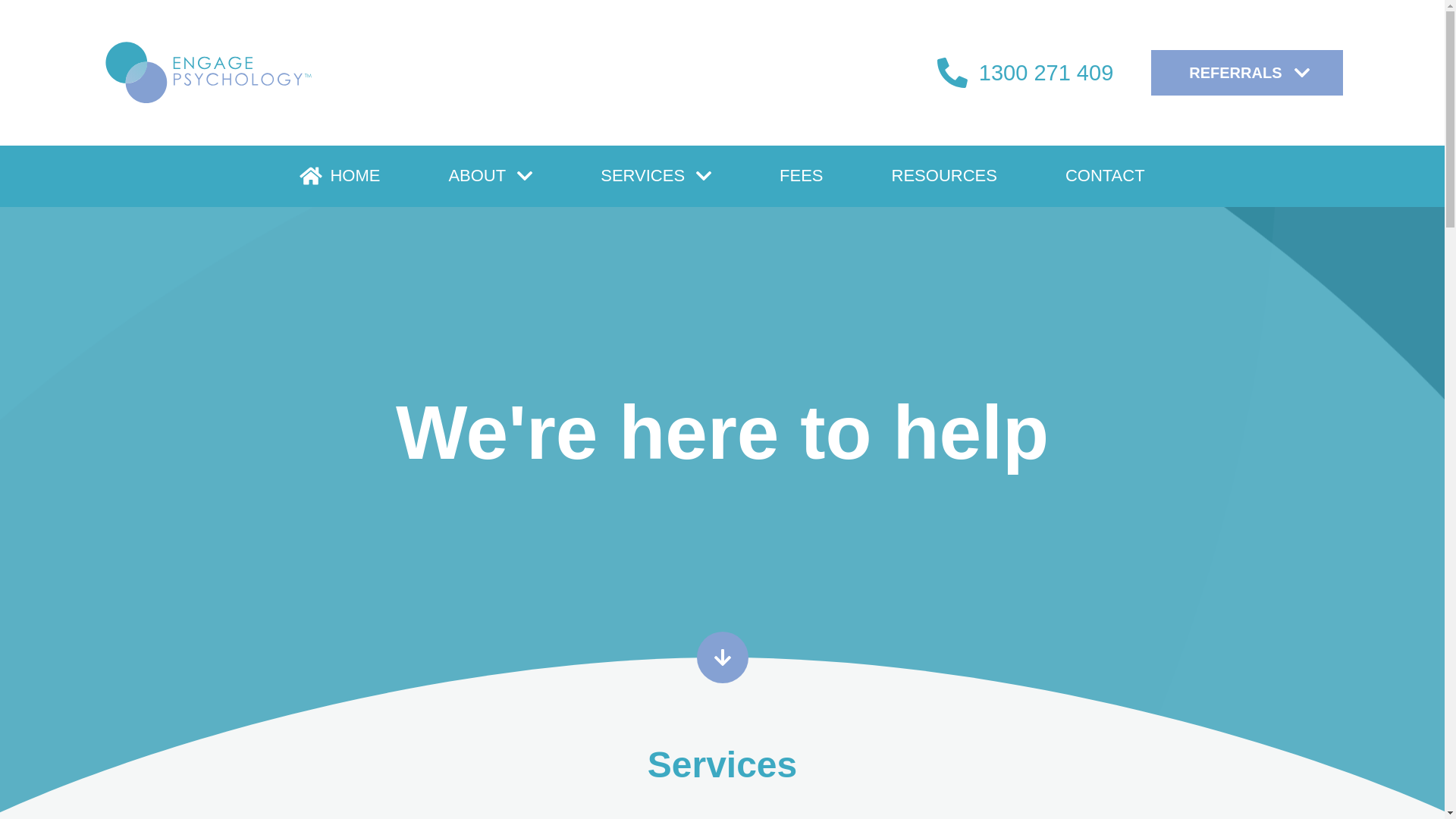  I want to click on 'HOME', so click(338, 175).